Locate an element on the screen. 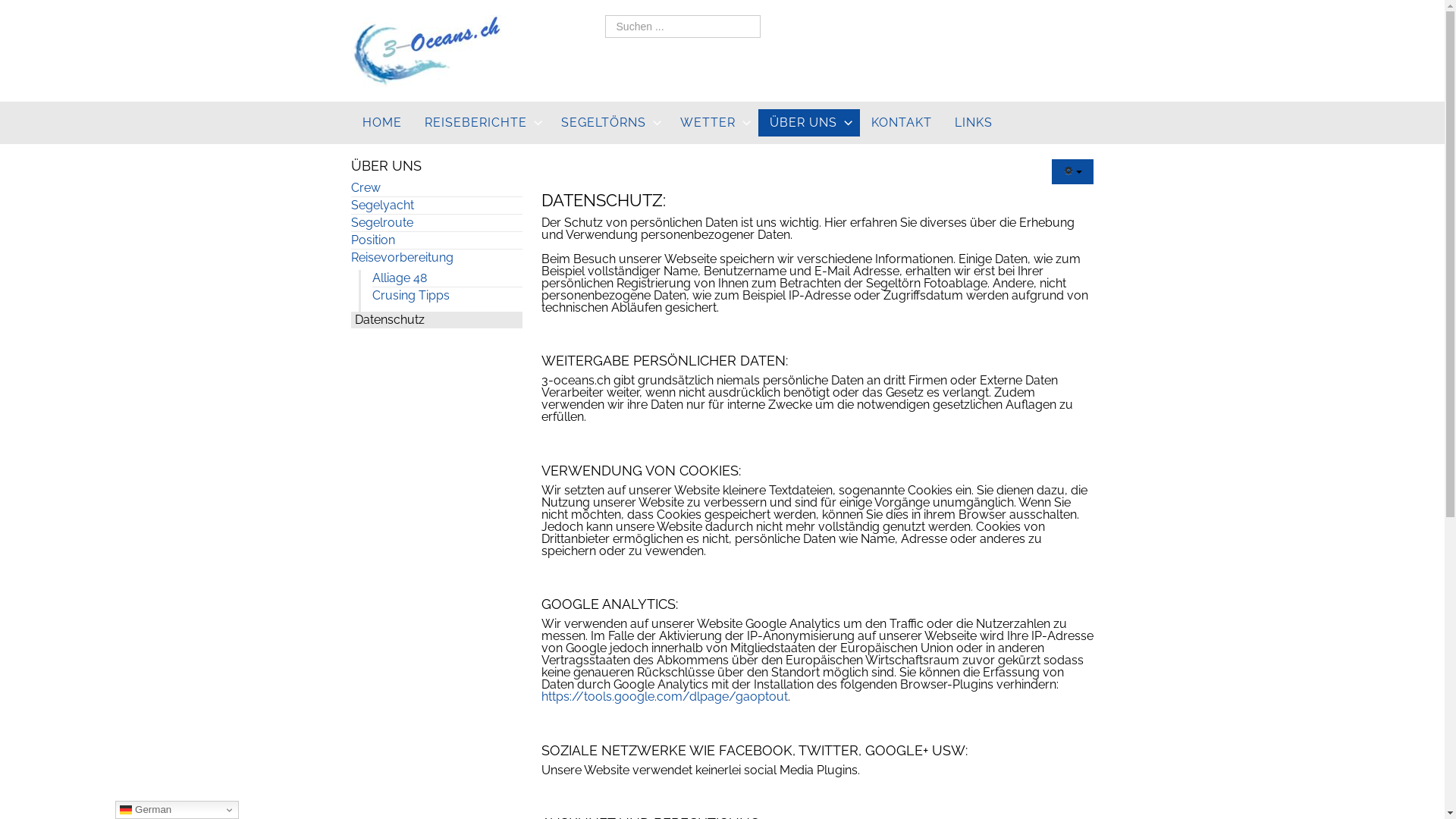 The height and width of the screenshot is (819, 1456). 'Crew' is located at coordinates (435, 187).